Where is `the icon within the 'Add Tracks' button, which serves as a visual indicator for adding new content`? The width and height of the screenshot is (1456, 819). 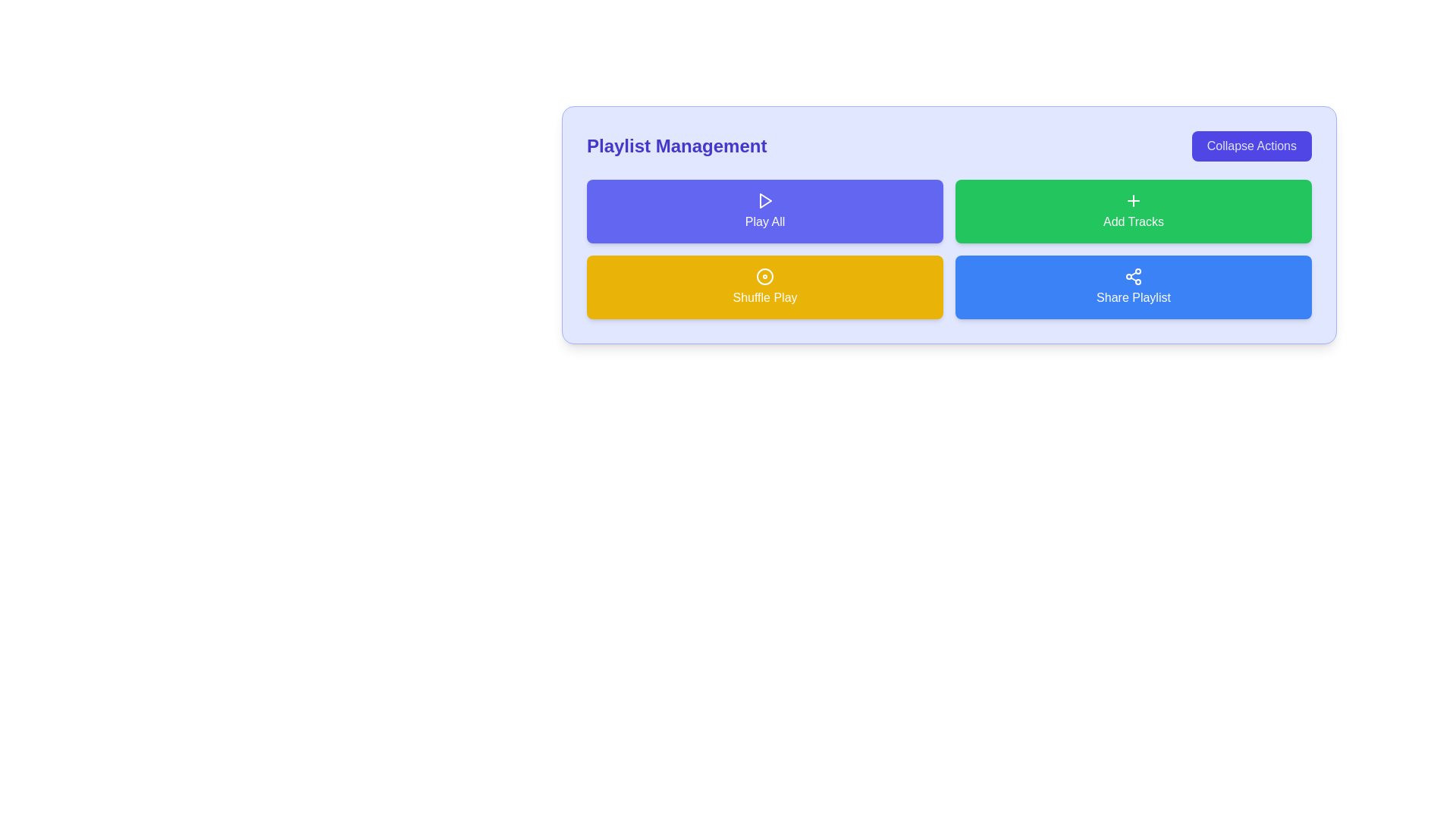 the icon within the 'Add Tracks' button, which serves as a visual indicator for adding new content is located at coordinates (1133, 200).